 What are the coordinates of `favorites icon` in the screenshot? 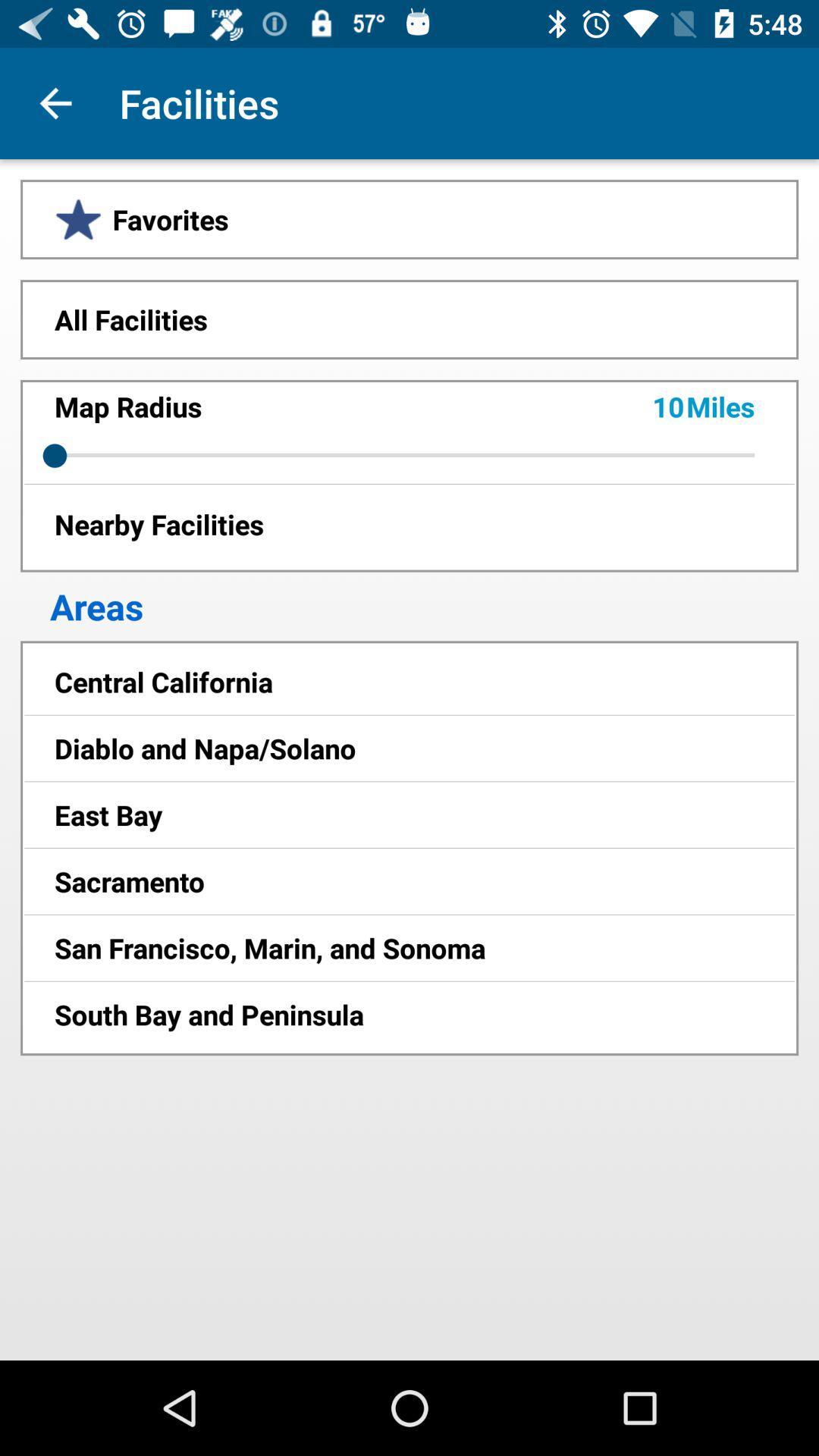 It's located at (409, 218).